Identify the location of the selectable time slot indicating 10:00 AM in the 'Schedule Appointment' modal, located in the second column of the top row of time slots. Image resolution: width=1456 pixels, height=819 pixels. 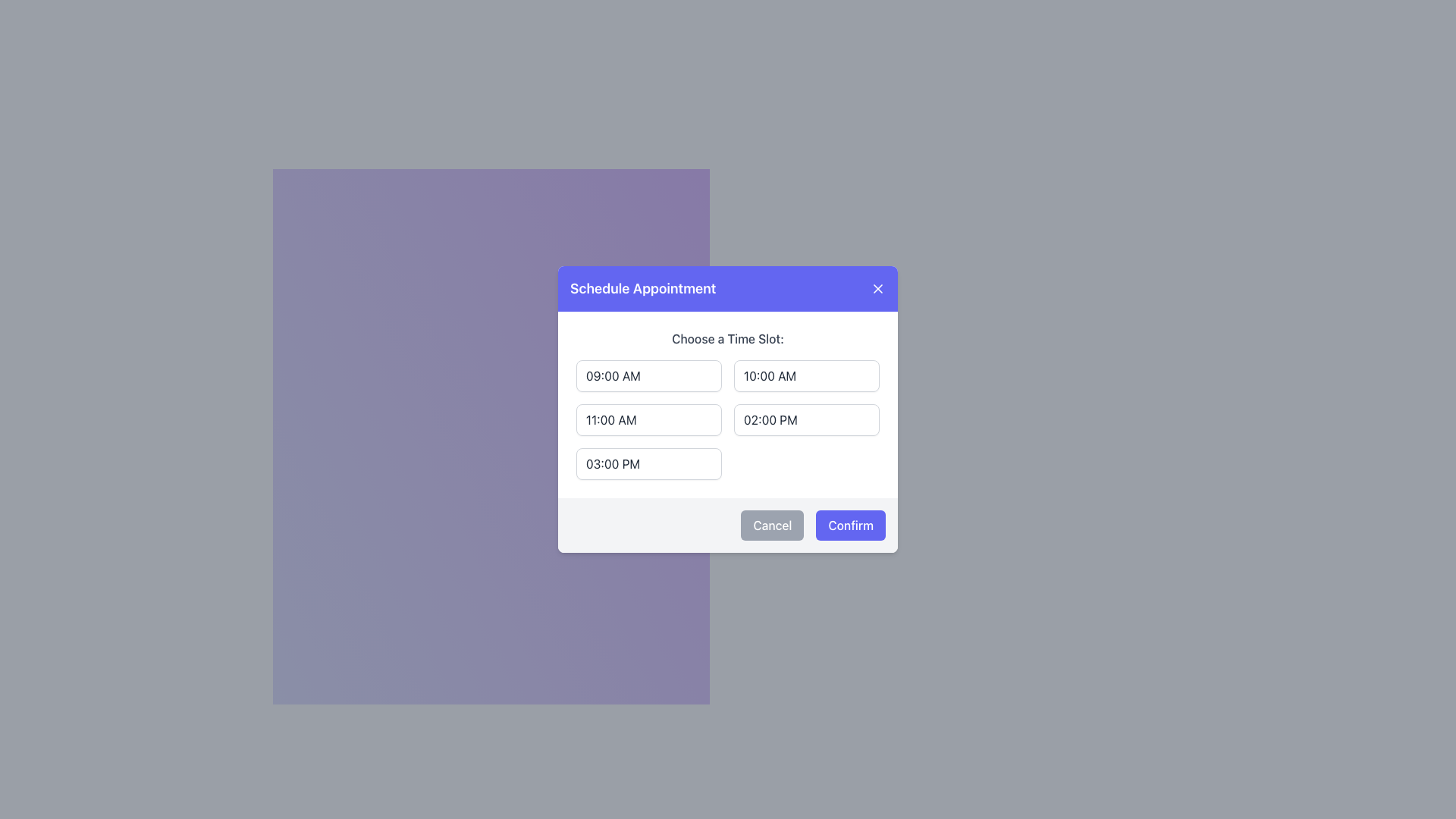
(770, 375).